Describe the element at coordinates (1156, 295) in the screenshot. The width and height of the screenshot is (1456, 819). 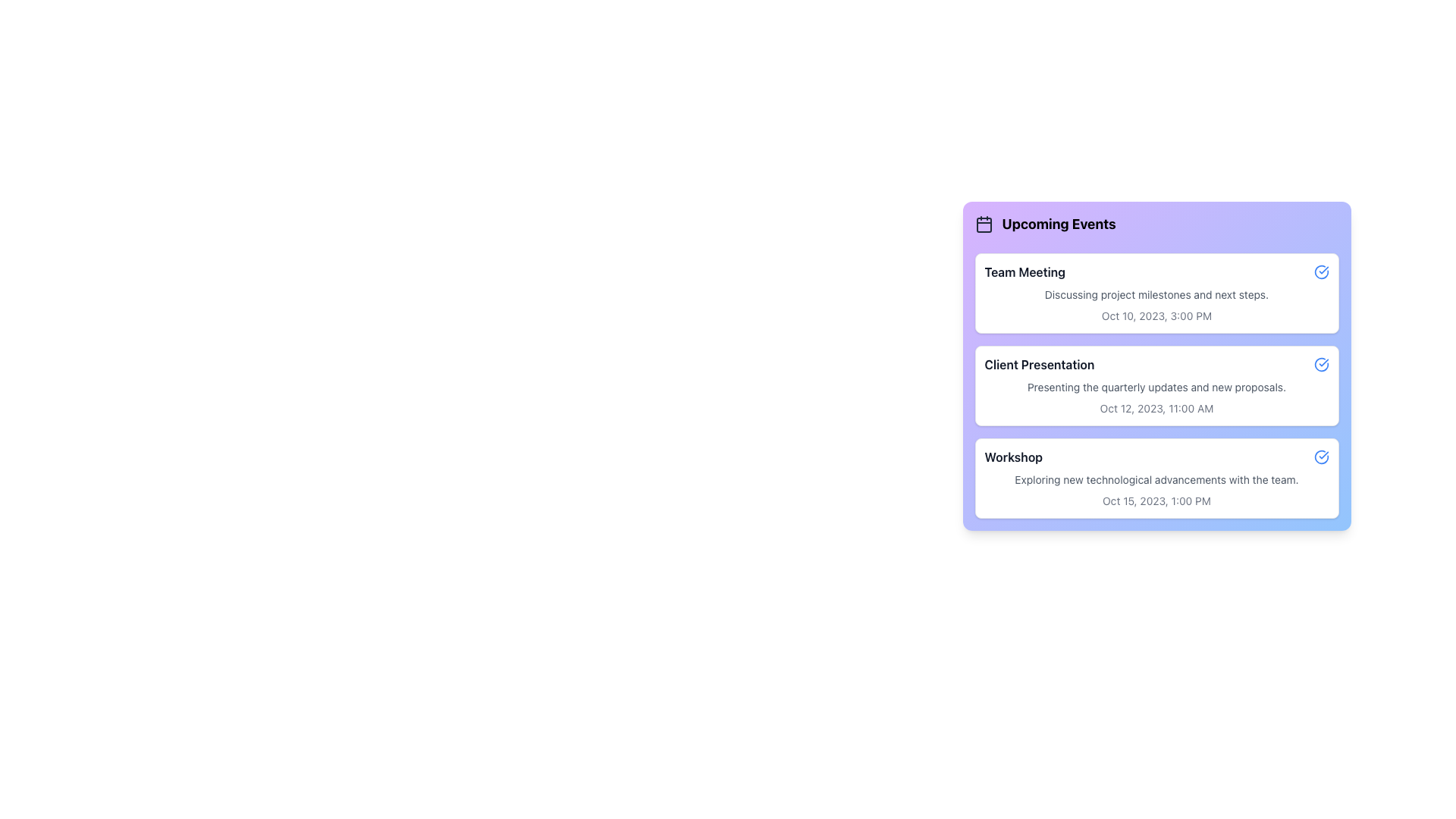
I see `the text element reading 'Discussing project milestones and next steps' located beneath the 'Team Meeting' heading` at that location.